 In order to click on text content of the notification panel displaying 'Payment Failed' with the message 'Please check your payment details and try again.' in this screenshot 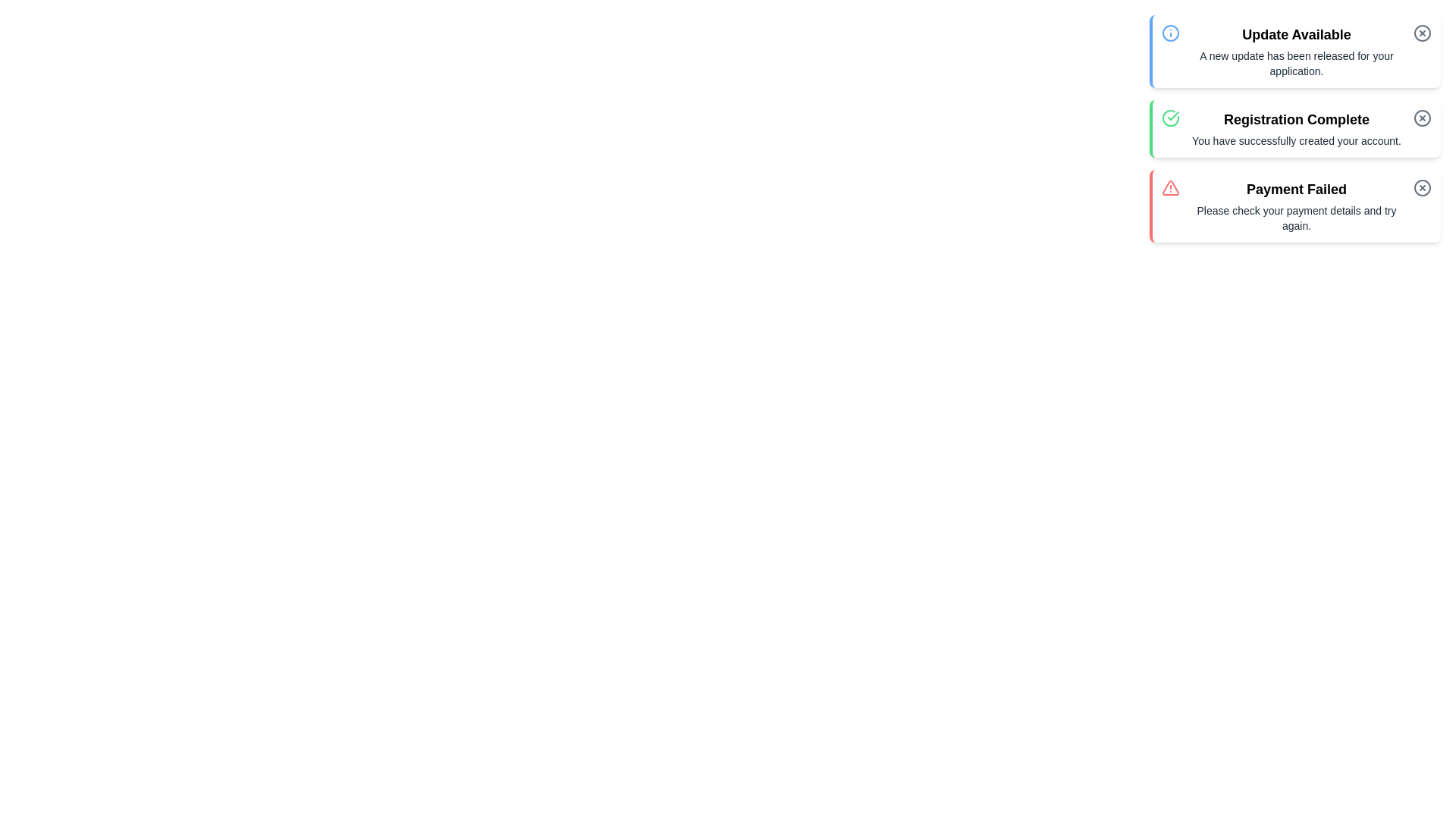, I will do `click(1295, 206)`.